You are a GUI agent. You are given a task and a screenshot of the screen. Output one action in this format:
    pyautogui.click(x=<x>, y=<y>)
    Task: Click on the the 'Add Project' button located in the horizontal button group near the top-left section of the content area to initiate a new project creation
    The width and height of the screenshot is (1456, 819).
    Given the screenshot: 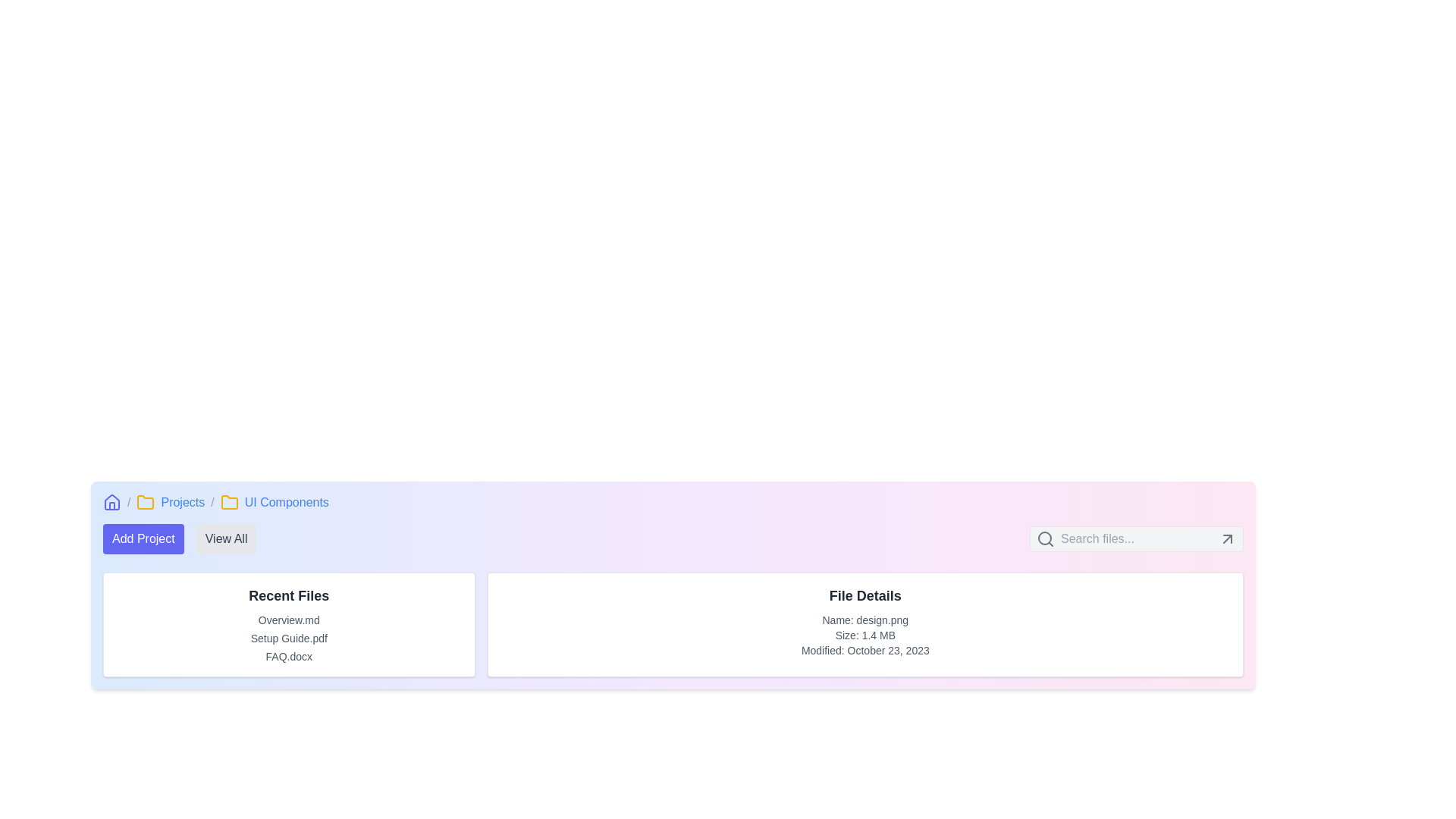 What is the action you would take?
    pyautogui.click(x=179, y=538)
    